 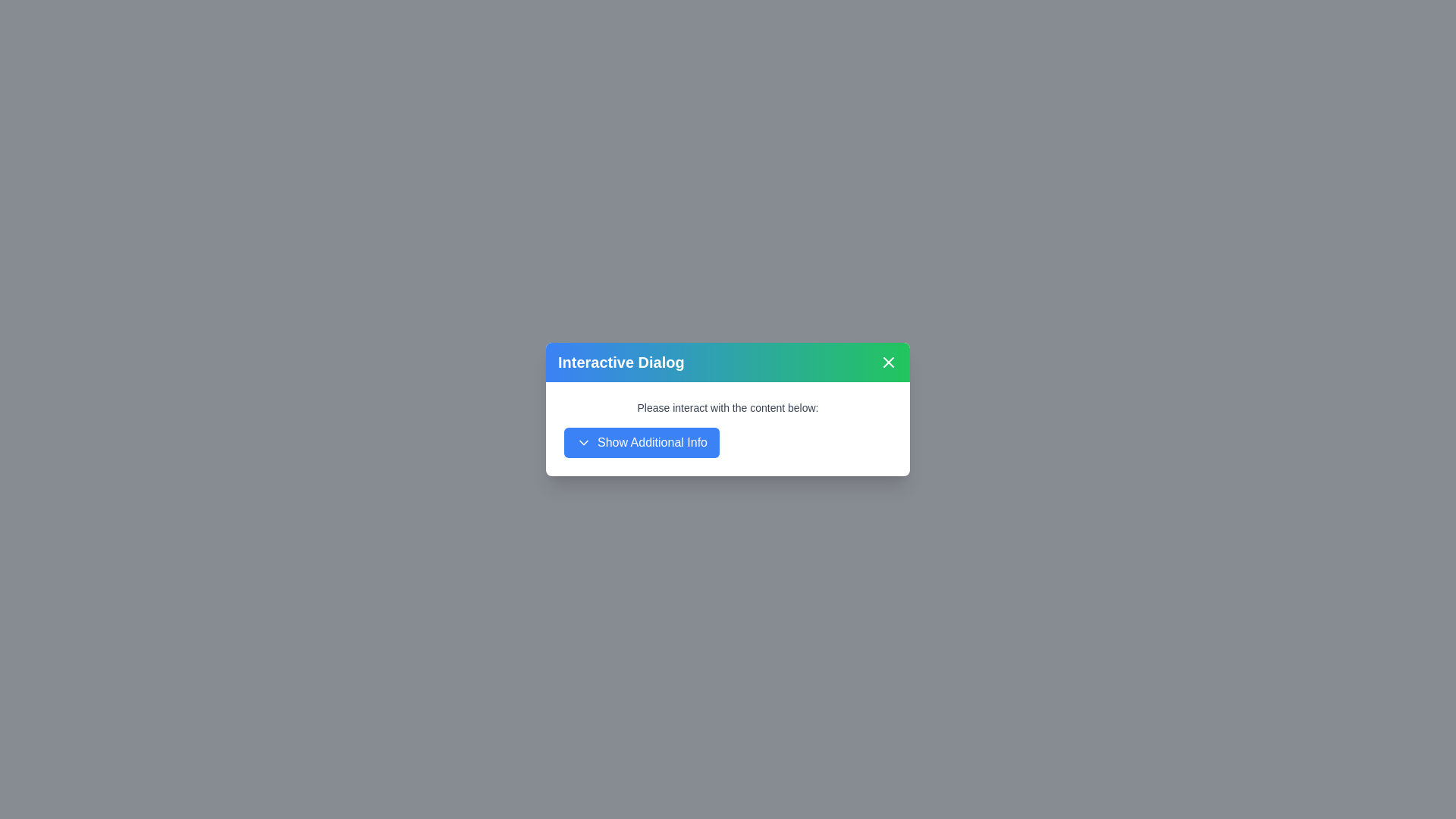 What do you see at coordinates (728, 406) in the screenshot?
I see `static text that says 'Please interact with the content below:' which is styled in dark gray and positioned above the blue button labeled 'Show Additional Info'` at bounding box center [728, 406].